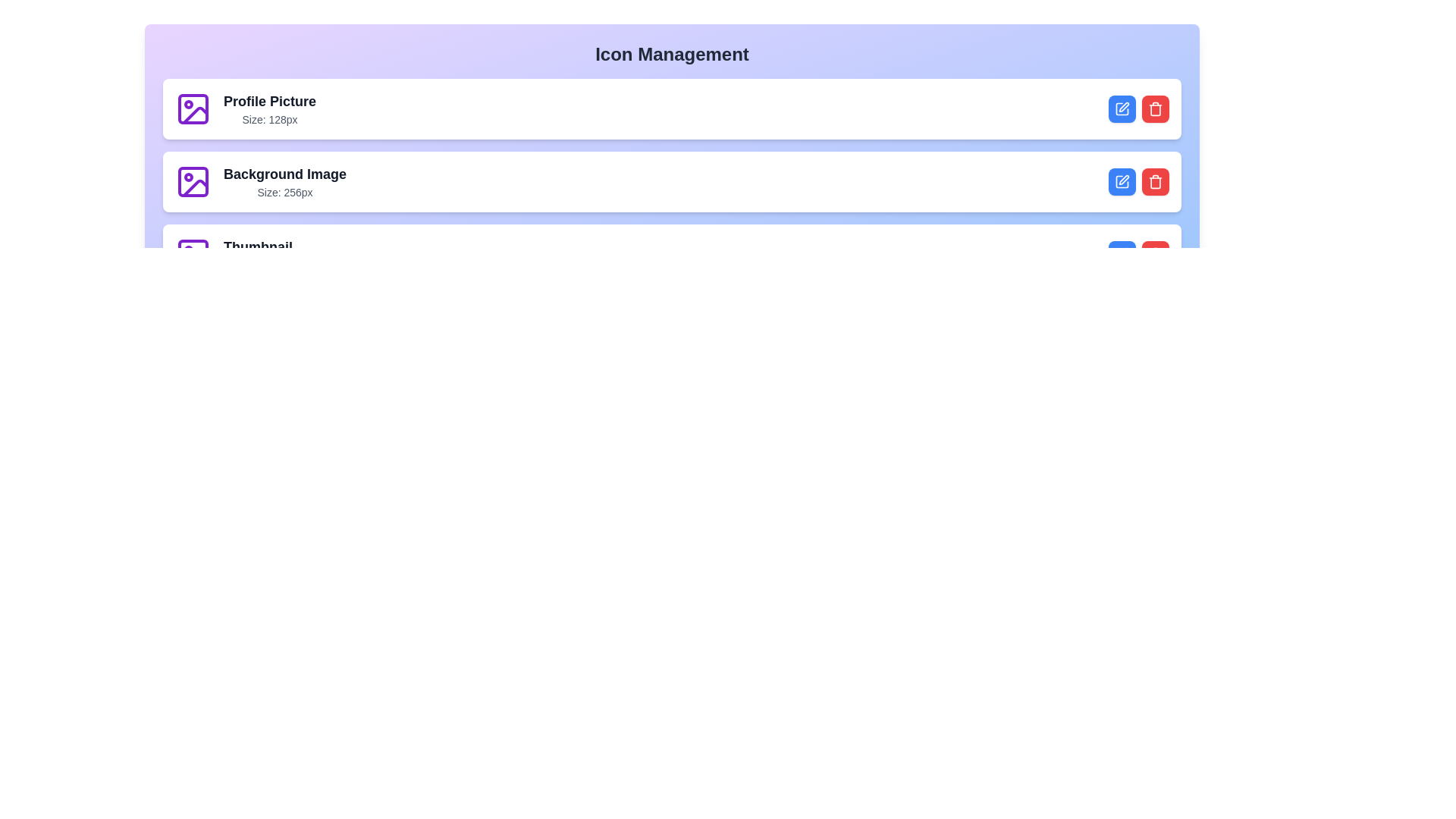 The width and height of the screenshot is (1456, 819). I want to click on text element indicating the size measurement, styled in gray, located beneath the bolded title 'Profile Picture' in the 'Icon Management' section, so click(269, 119).